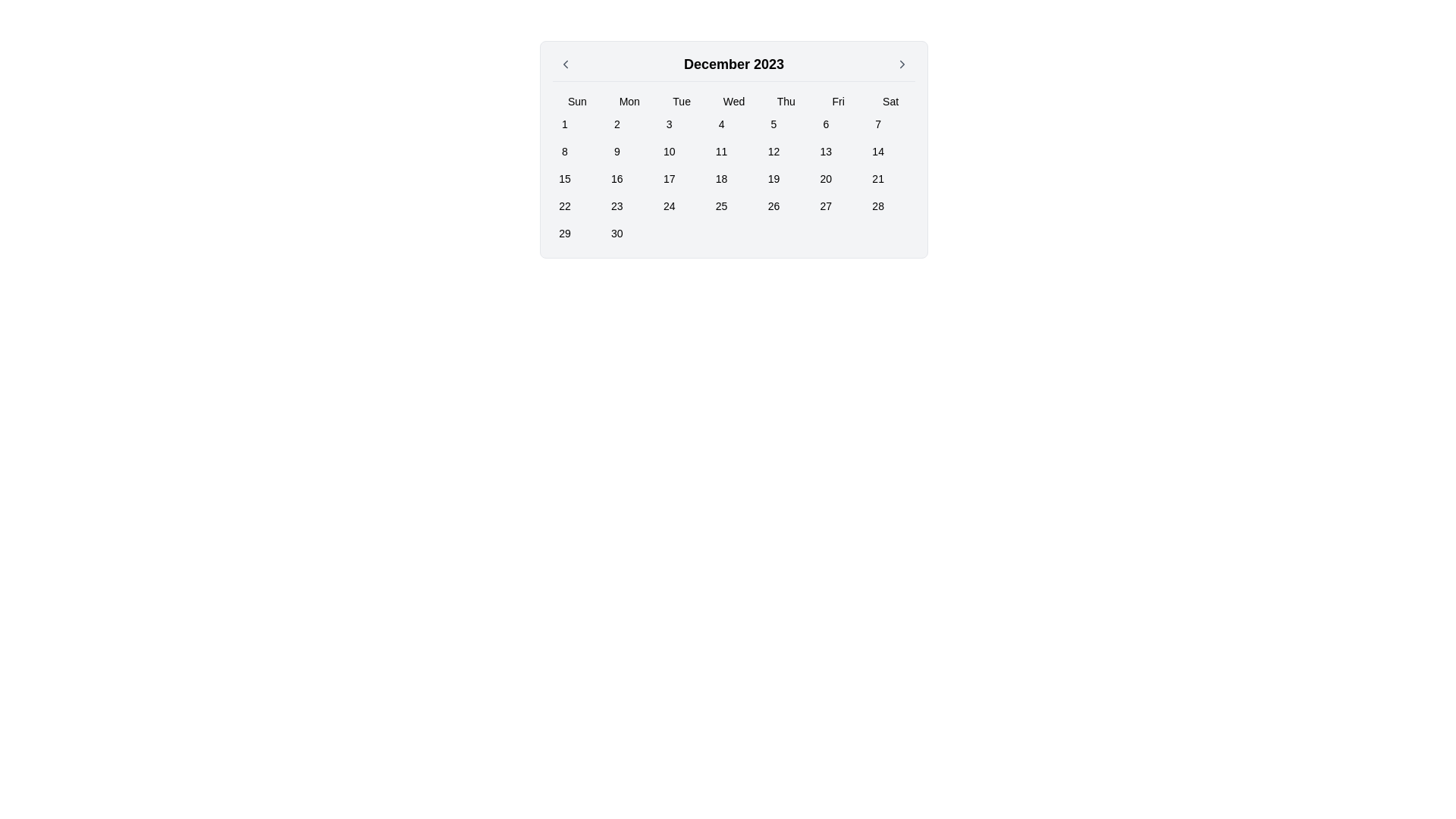  I want to click on the circular button labeled '2' in the December 2023 calendar grid, so click(617, 124).